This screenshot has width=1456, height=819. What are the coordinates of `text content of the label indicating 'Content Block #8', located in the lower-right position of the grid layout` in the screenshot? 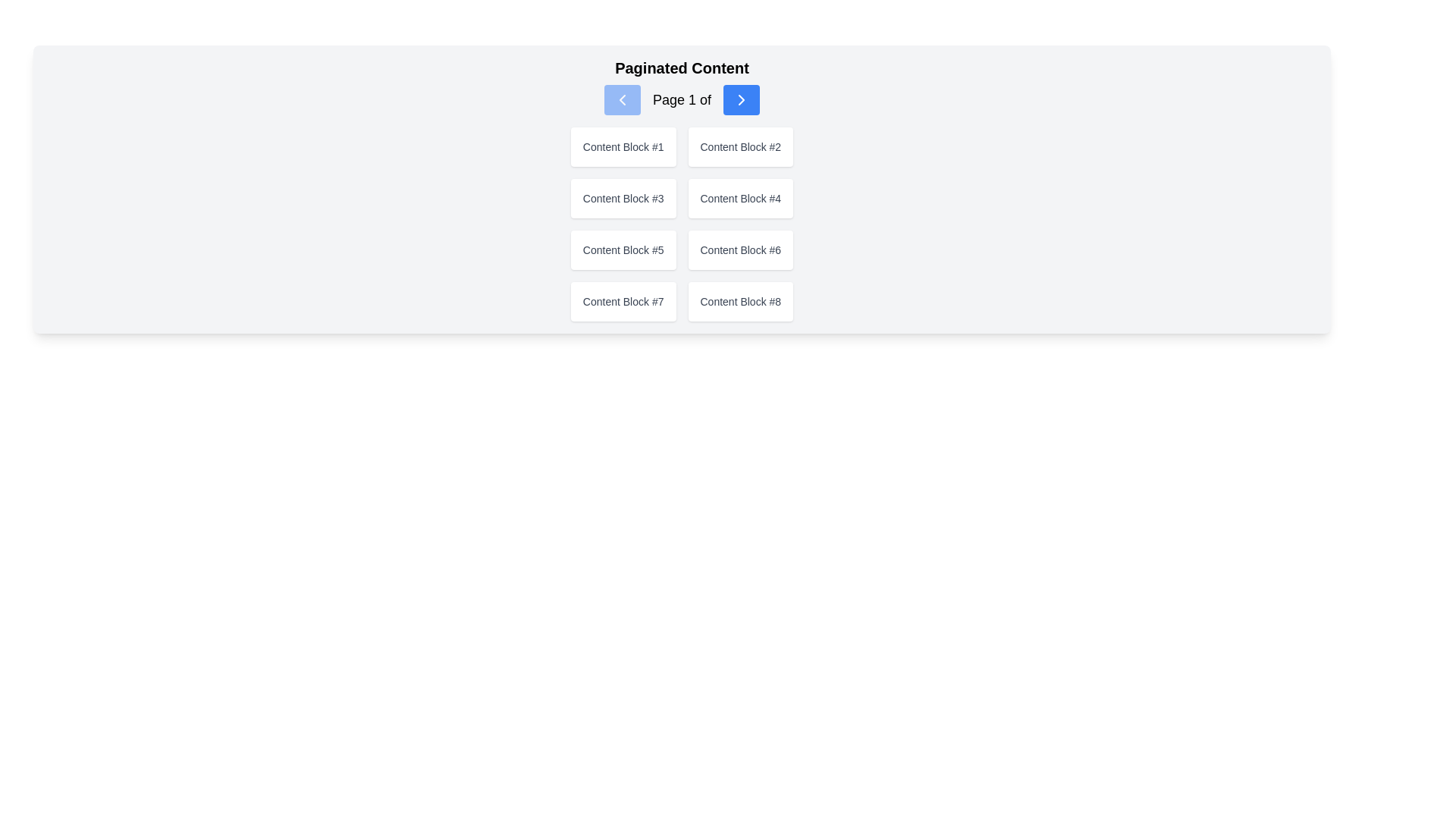 It's located at (740, 301).